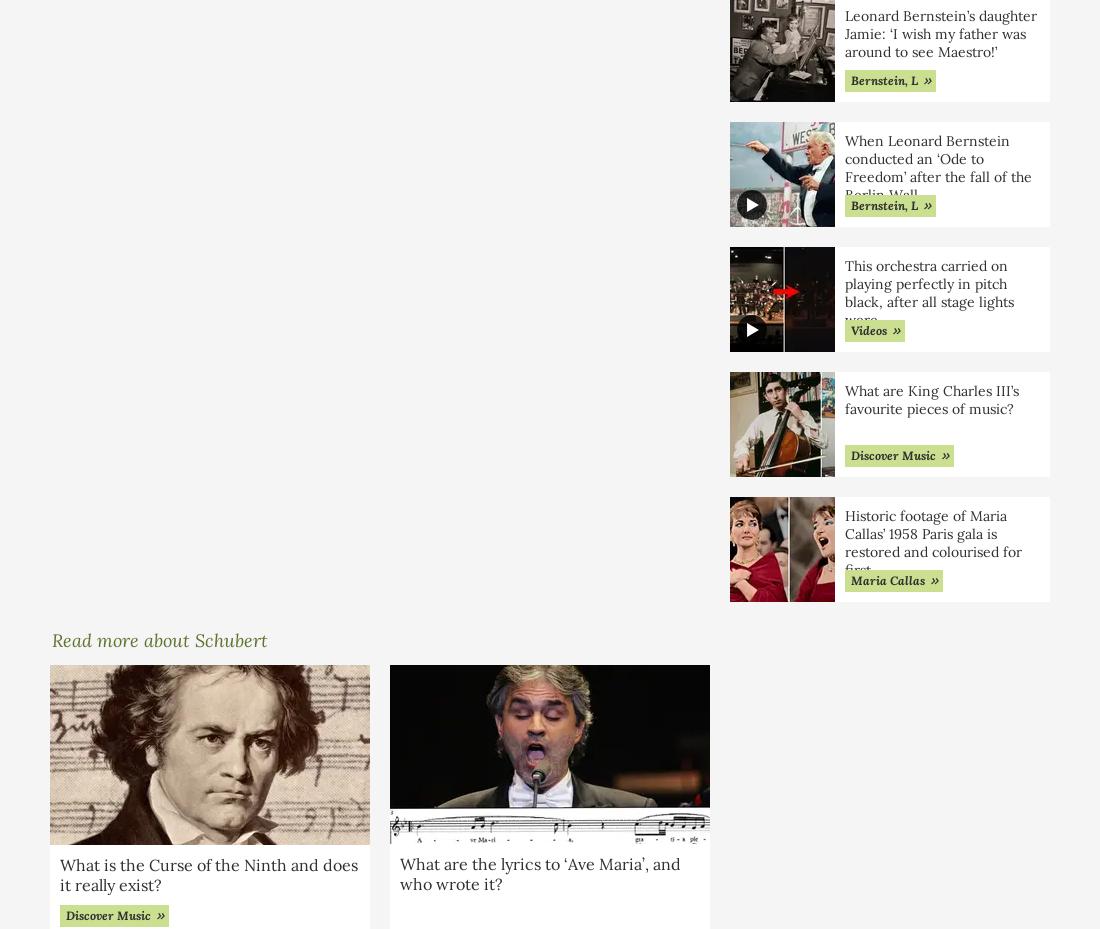 The image size is (1100, 929). Describe the element at coordinates (159, 638) in the screenshot. I see `'Read more about Schubert'` at that location.